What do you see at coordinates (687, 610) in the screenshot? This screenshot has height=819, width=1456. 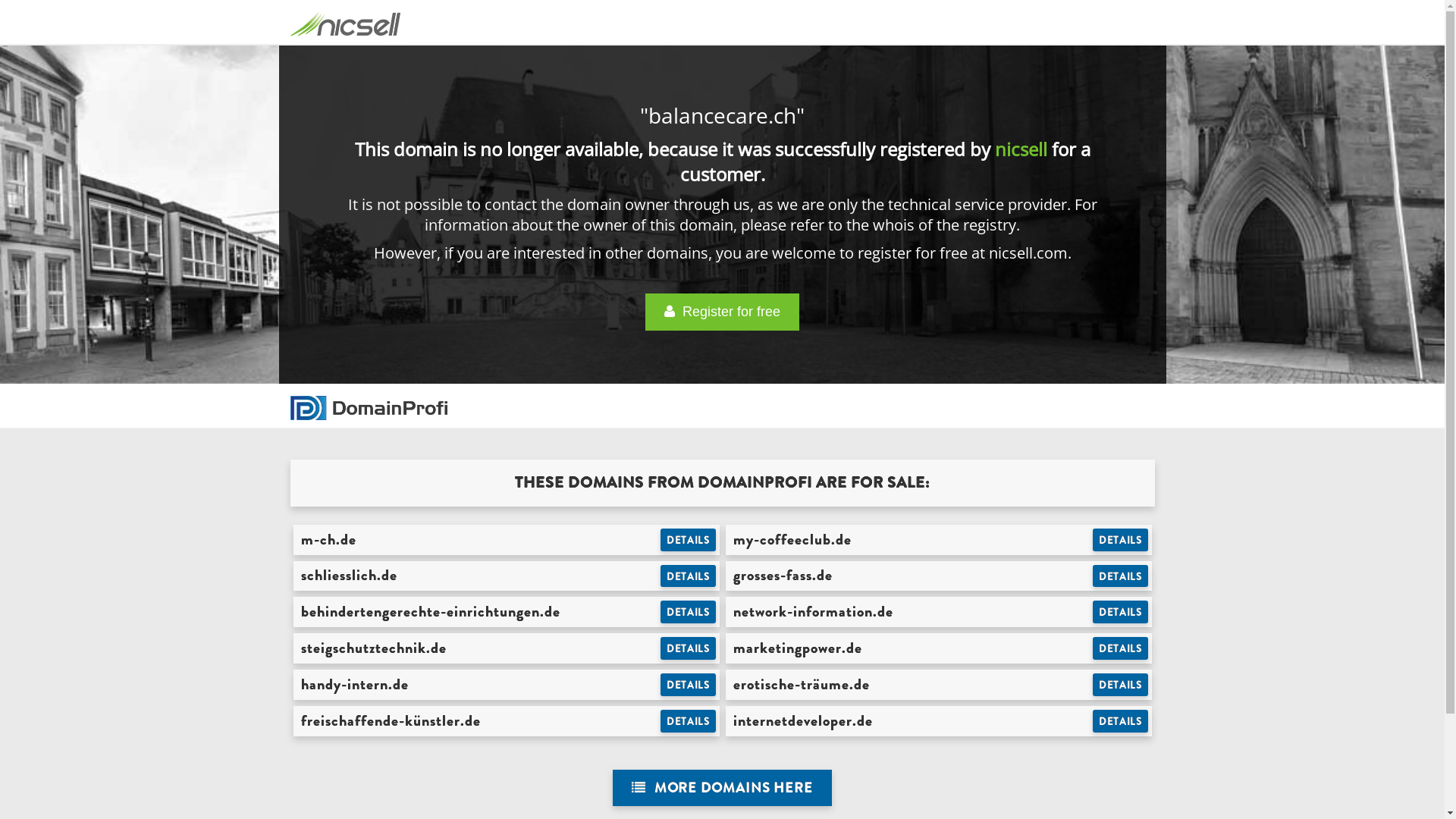 I see `'DETAILS'` at bounding box center [687, 610].